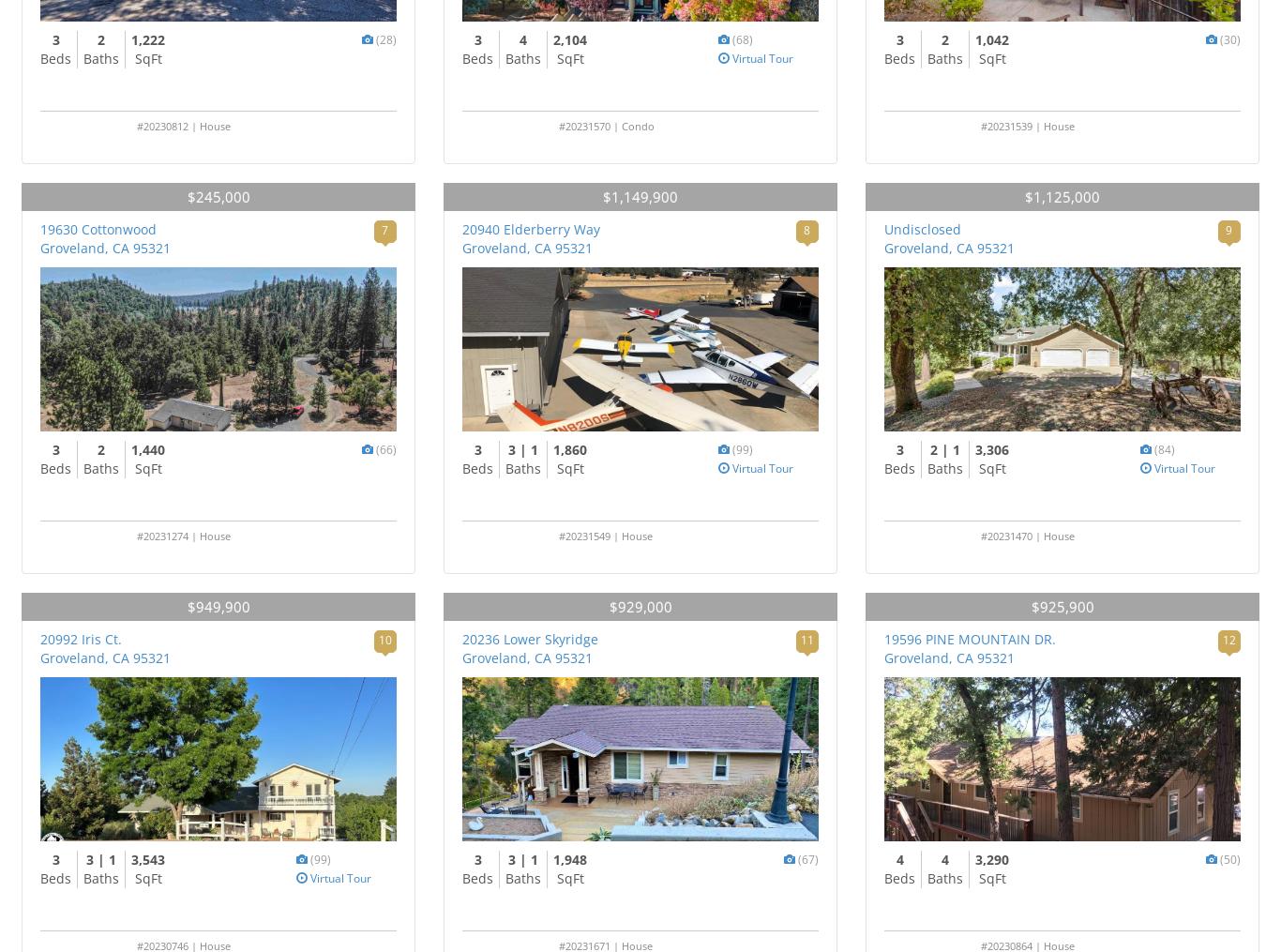  What do you see at coordinates (461, 229) in the screenshot?
I see `'20940 Elderberry Way'` at bounding box center [461, 229].